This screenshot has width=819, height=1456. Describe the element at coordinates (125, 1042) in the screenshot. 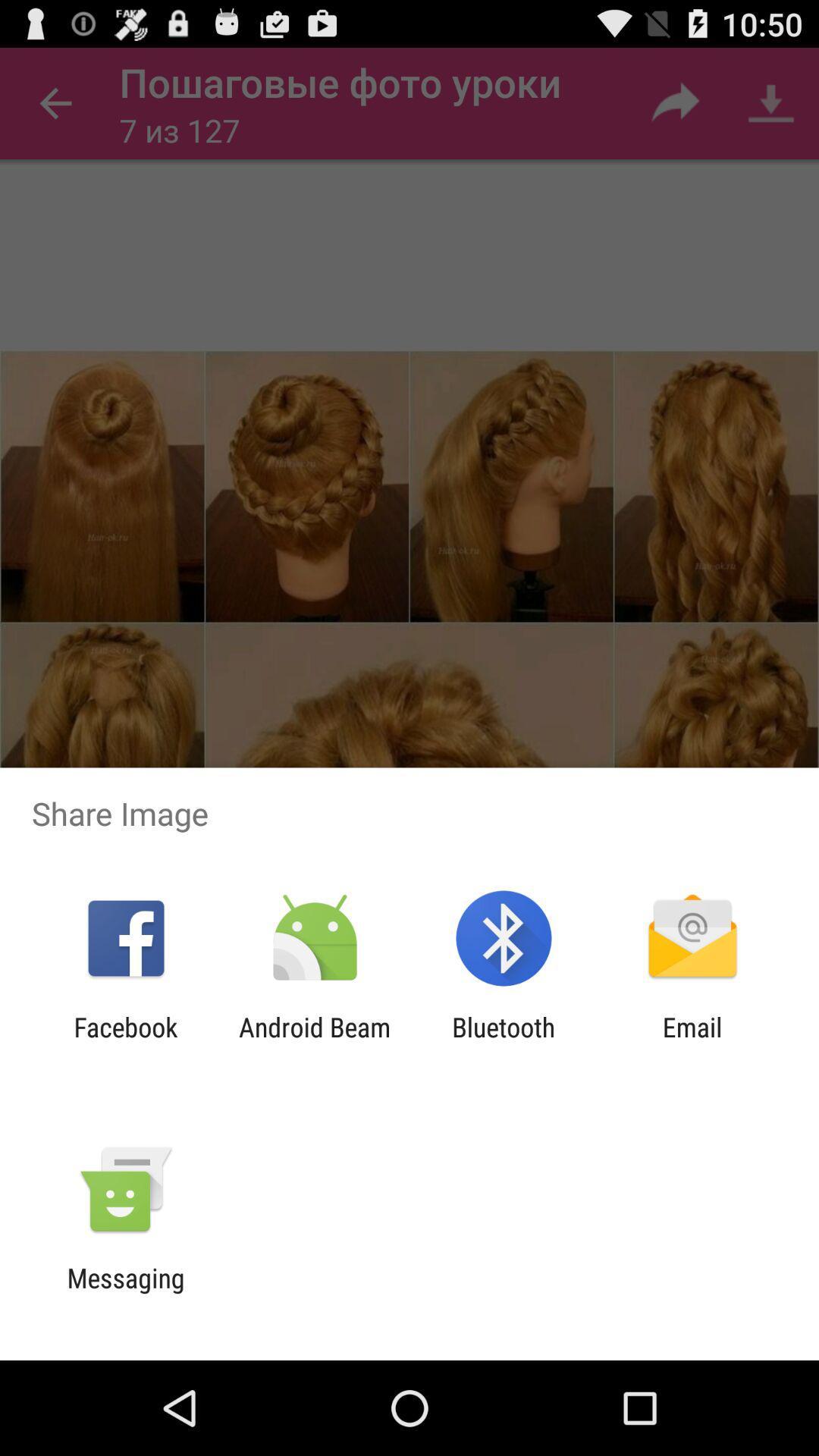

I see `app to the left of the android beam app` at that location.